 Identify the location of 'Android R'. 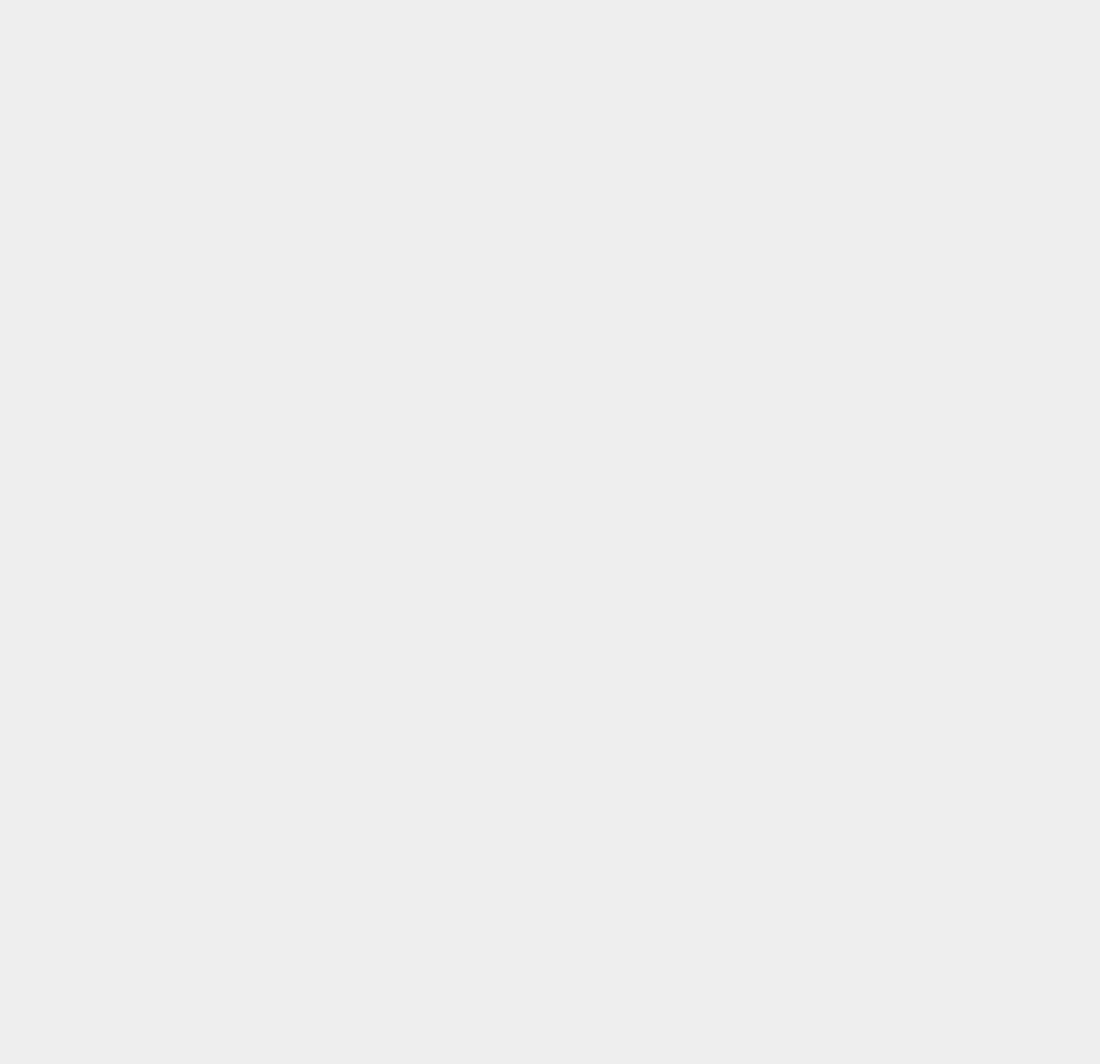
(808, 394).